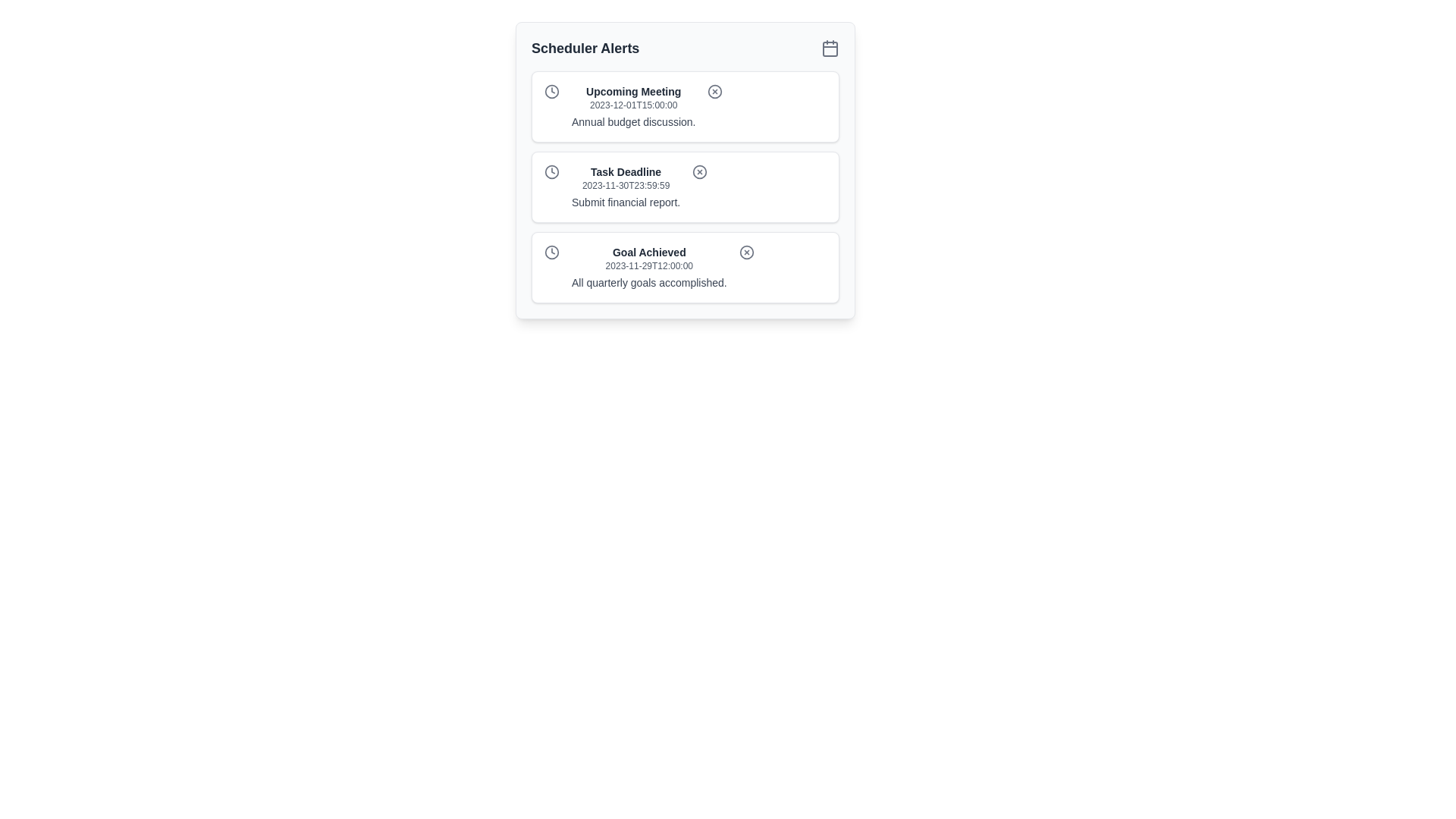 This screenshot has height=819, width=1456. What do you see at coordinates (551, 91) in the screenshot?
I see `the clock-shaped icon located to the left of the 'Upcoming Meeting' text in the 'Scheduler Alerts' section` at bounding box center [551, 91].